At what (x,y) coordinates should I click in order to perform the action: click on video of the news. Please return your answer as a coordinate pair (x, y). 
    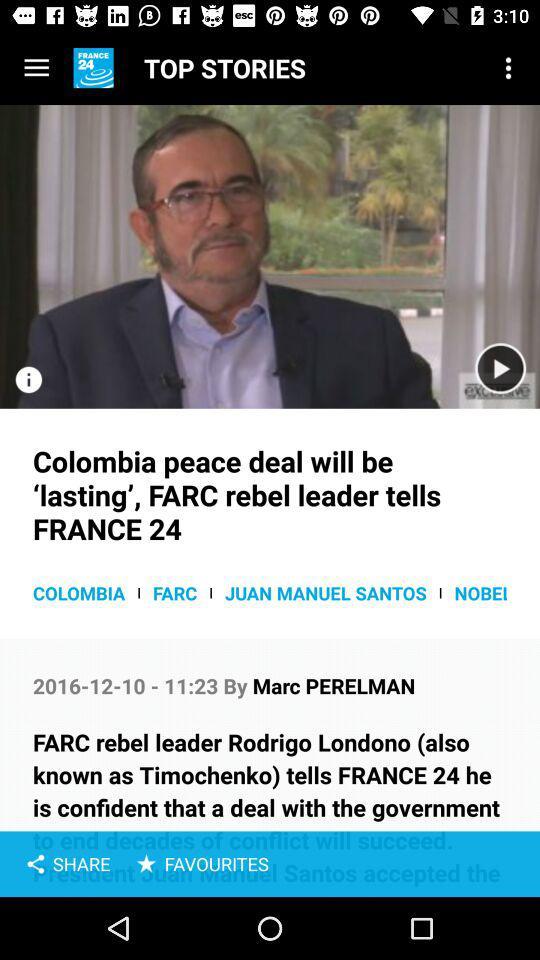
    Looking at the image, I should click on (499, 368).